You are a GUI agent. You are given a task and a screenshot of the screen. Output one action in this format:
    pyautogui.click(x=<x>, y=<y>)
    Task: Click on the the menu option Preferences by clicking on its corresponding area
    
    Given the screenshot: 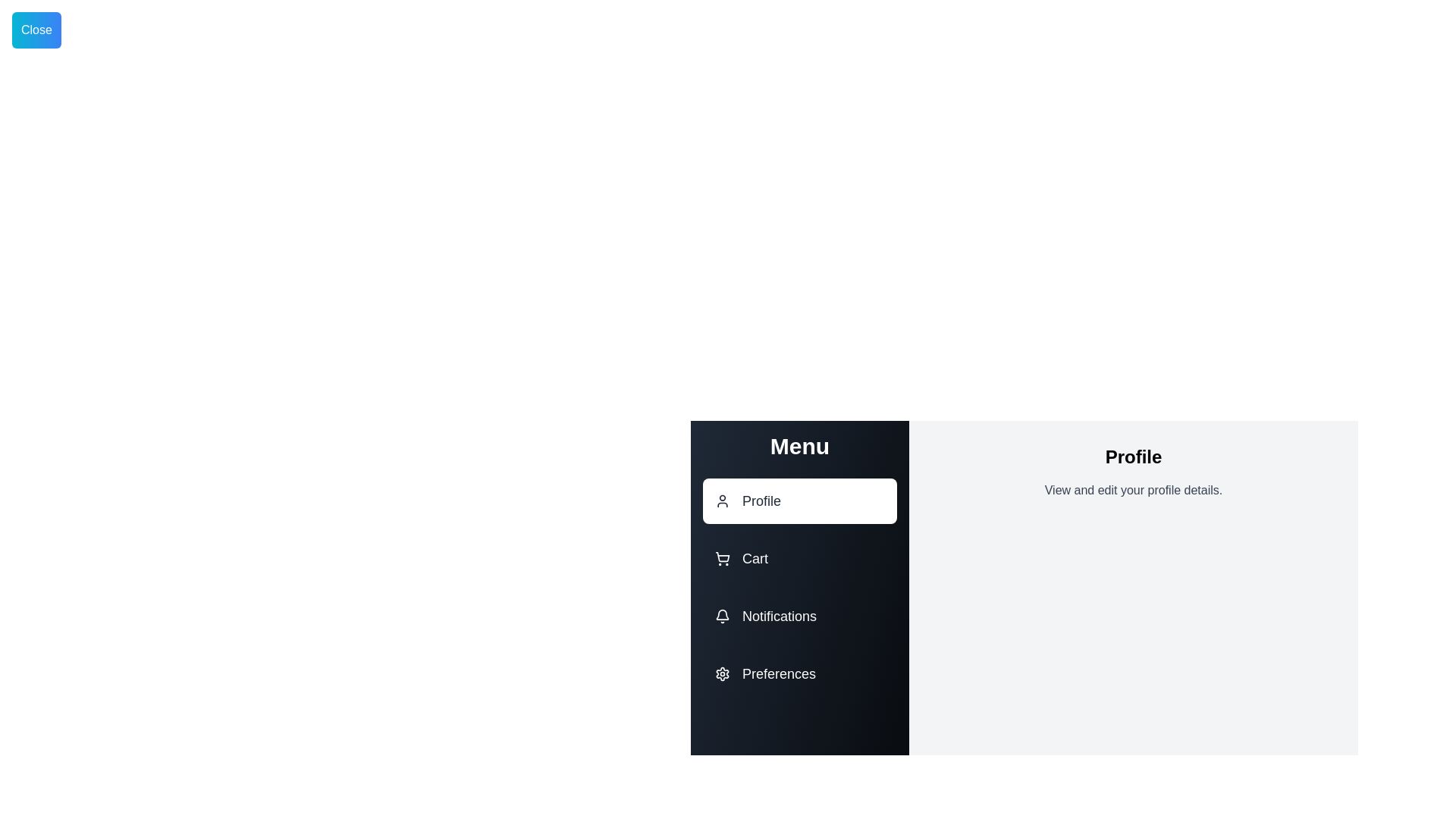 What is the action you would take?
    pyautogui.click(x=799, y=673)
    